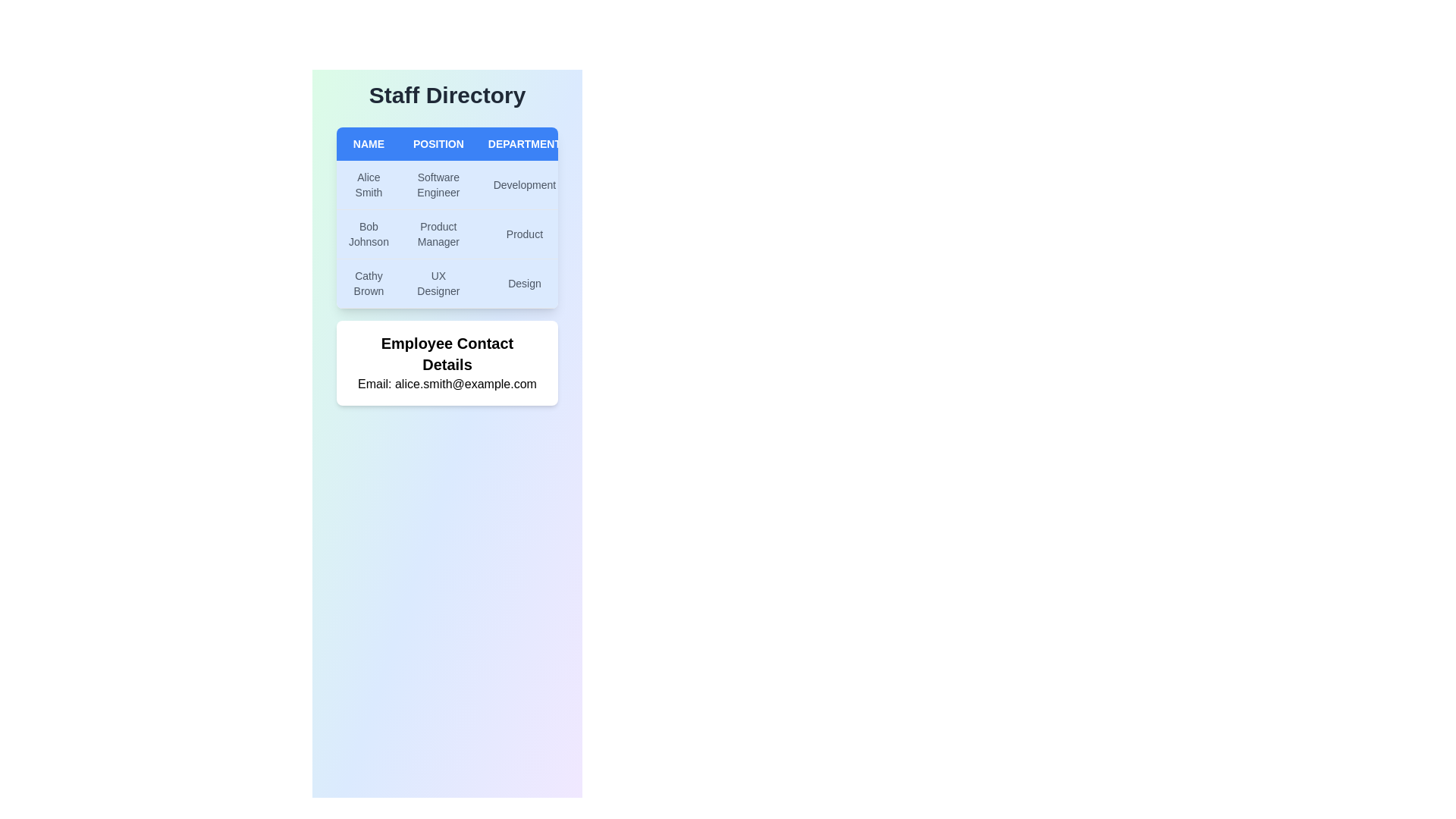 The width and height of the screenshot is (1456, 819). What do you see at coordinates (524, 184) in the screenshot?
I see `the 'Development' text label located in the 'DEPARTMENT' column of the table row for 'Alice Smith', which is embedded in a light blue cell` at bounding box center [524, 184].